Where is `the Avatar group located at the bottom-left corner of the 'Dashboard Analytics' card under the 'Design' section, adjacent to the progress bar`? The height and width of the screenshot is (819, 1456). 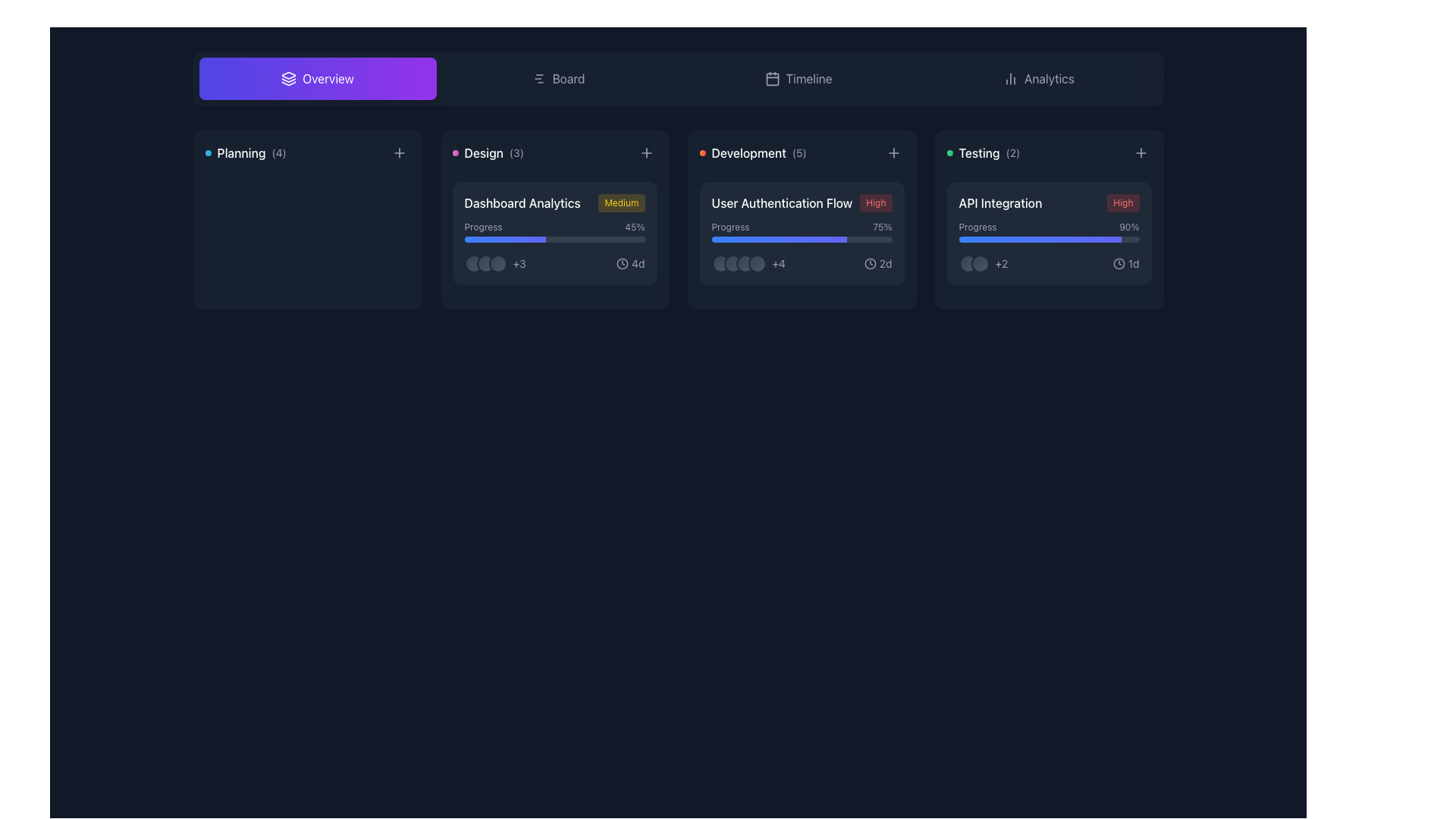
the Avatar group located at the bottom-left corner of the 'Dashboard Analytics' card under the 'Design' section, adjacent to the progress bar is located at coordinates (495, 262).